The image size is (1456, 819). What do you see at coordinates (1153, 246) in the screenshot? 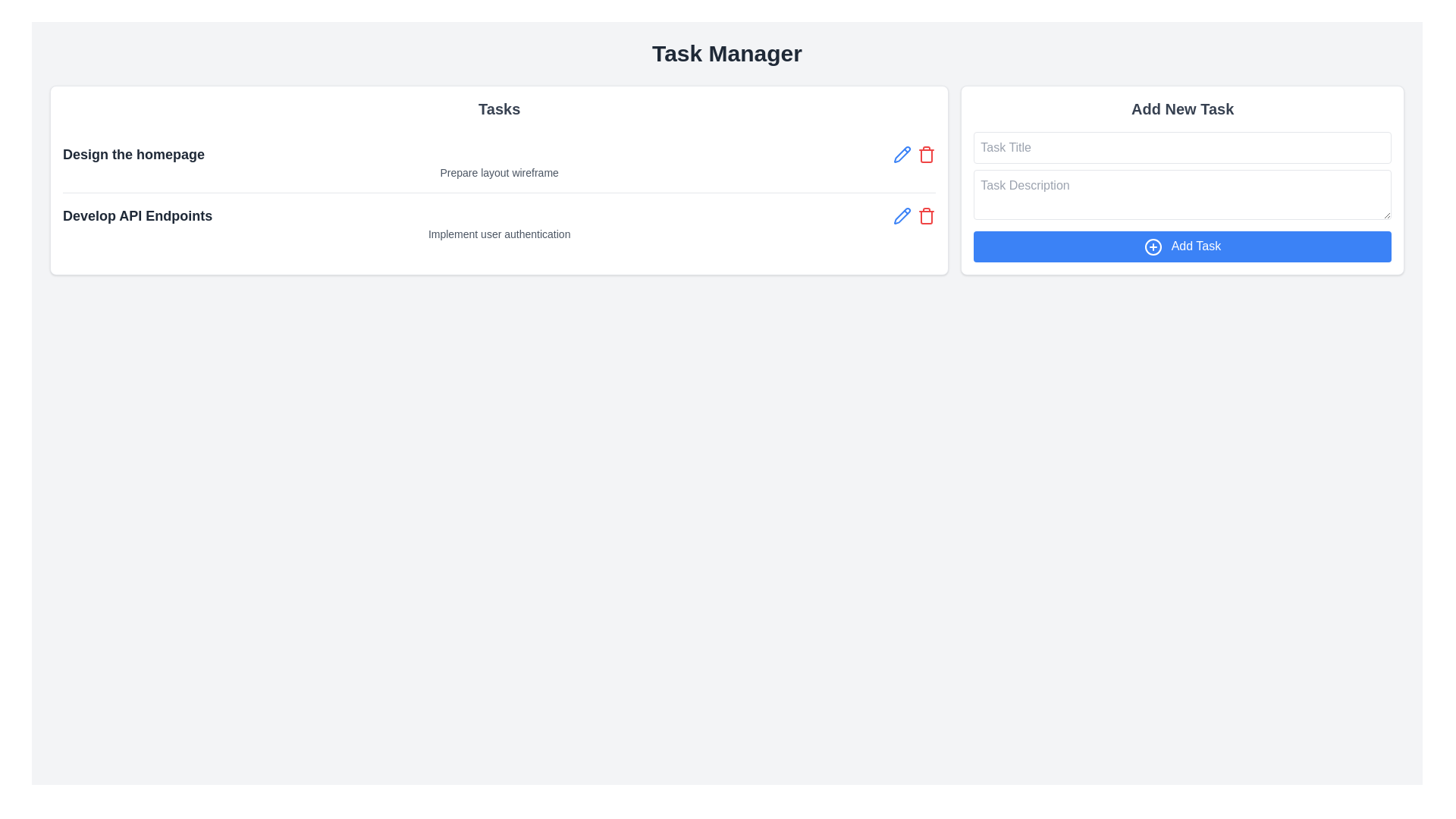
I see `the 'Add Task' icon located on the left side of the 'Add New Task' button, which is part of the right section of the interface` at bounding box center [1153, 246].